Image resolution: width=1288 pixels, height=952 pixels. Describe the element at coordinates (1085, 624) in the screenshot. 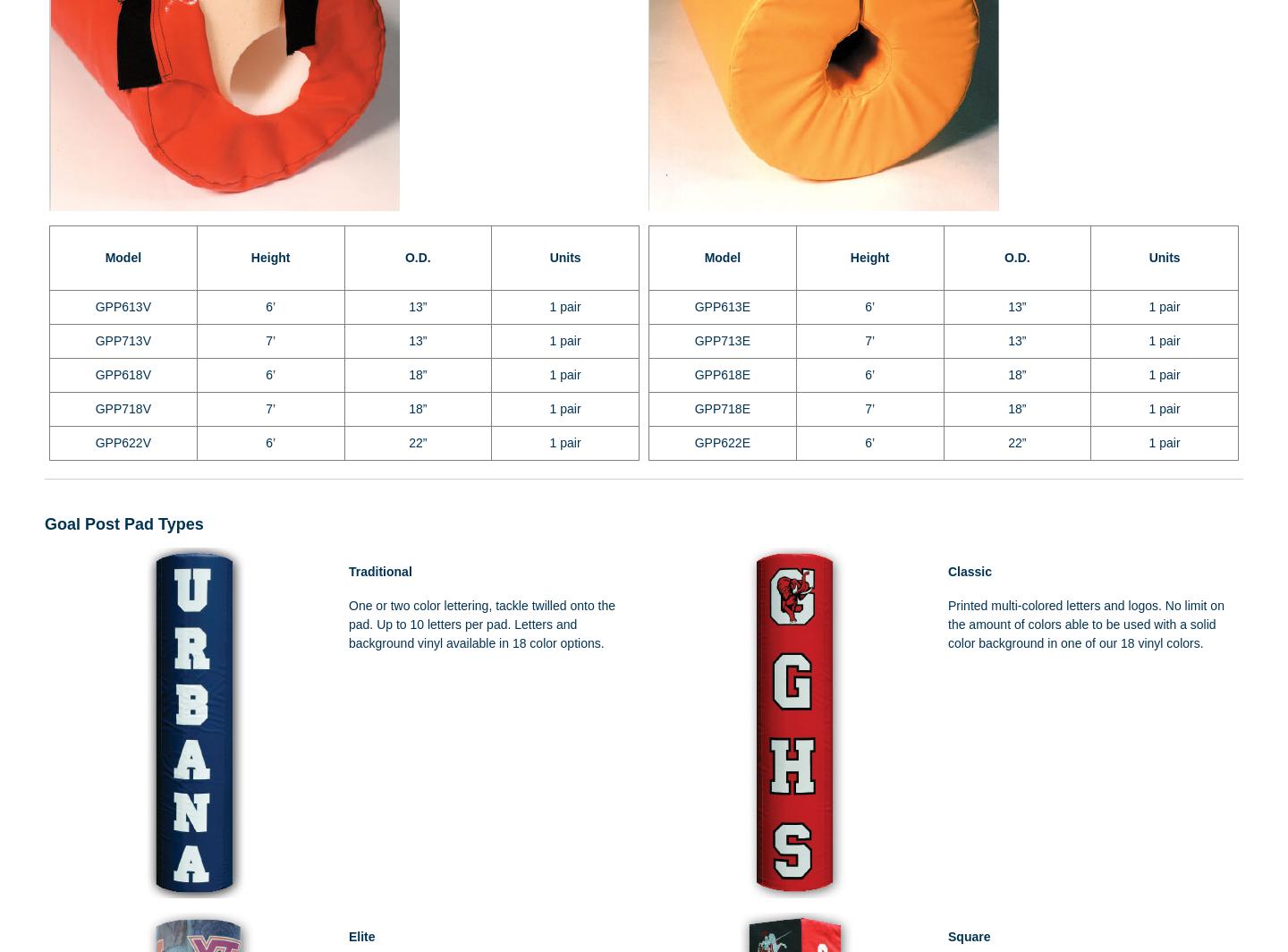

I see `'Printed multi-colored letters and logos. No limit on the amount of colors able to be used with a solid color background in one of our 18 vinyl colors.'` at that location.